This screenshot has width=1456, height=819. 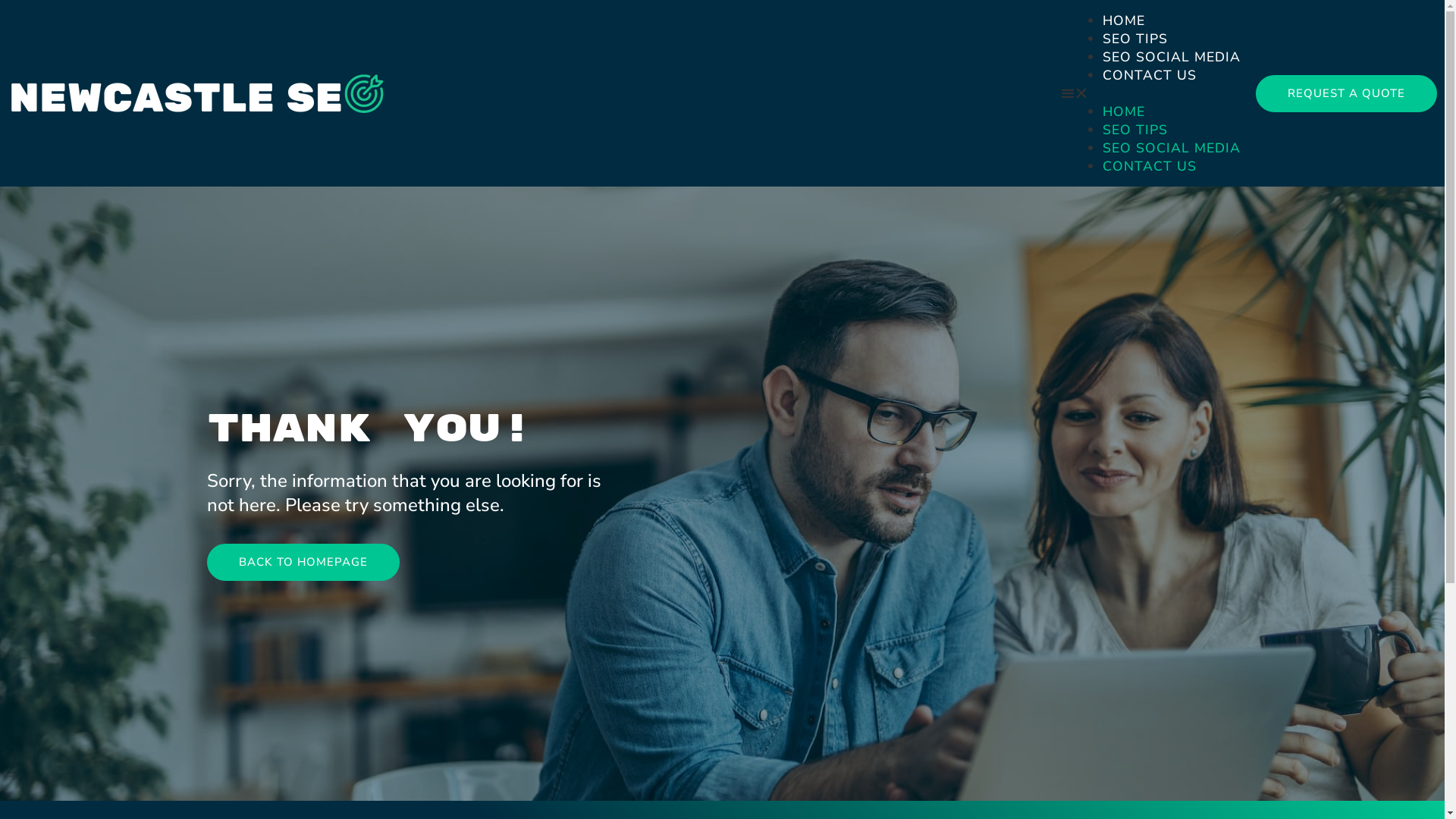 I want to click on 'SEO SOCIAL MEDIA', so click(x=1171, y=148).